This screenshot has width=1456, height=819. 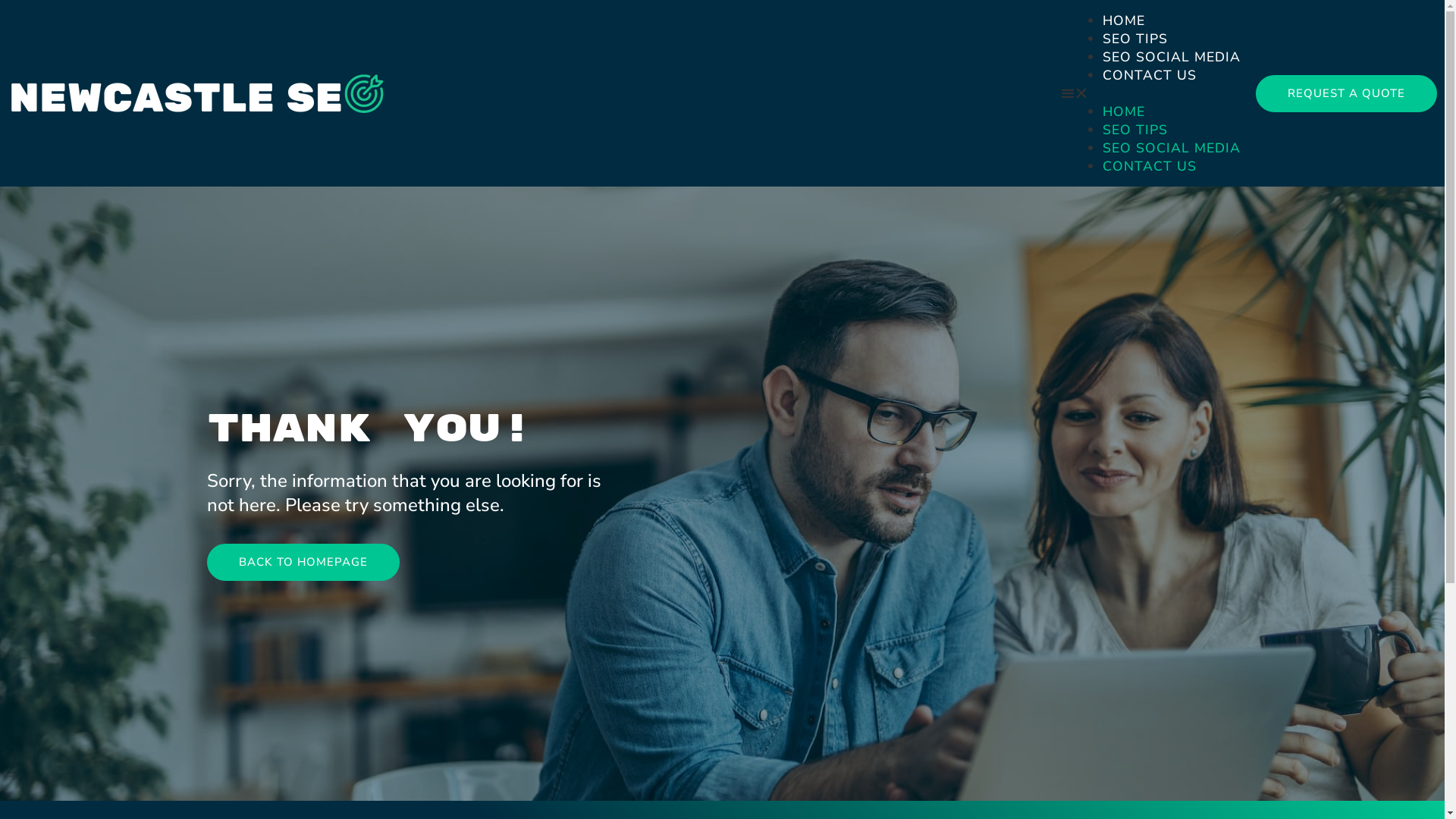 I want to click on 'SEO SOCIAL MEDIA', so click(x=1171, y=148).